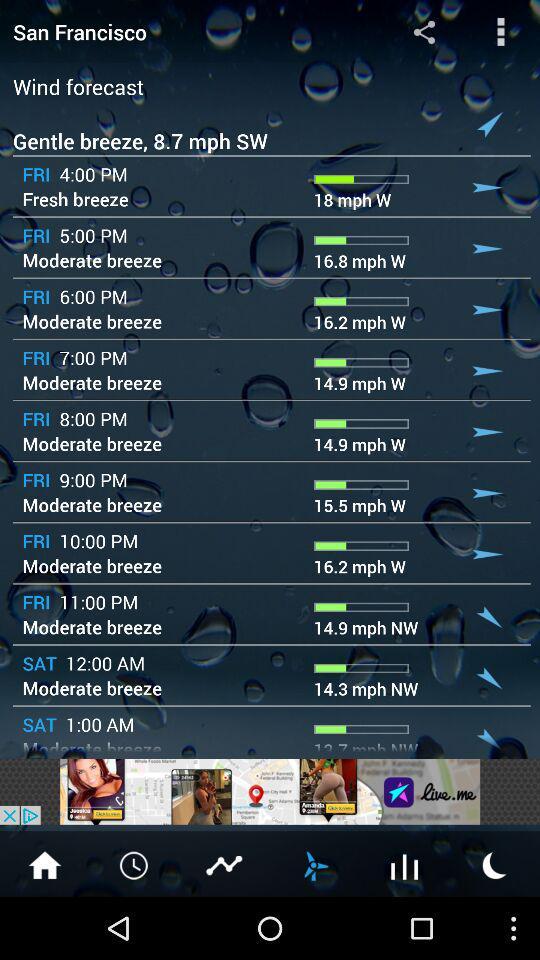 The height and width of the screenshot is (960, 540). Describe the element at coordinates (494, 925) in the screenshot. I see `the weather icon` at that location.